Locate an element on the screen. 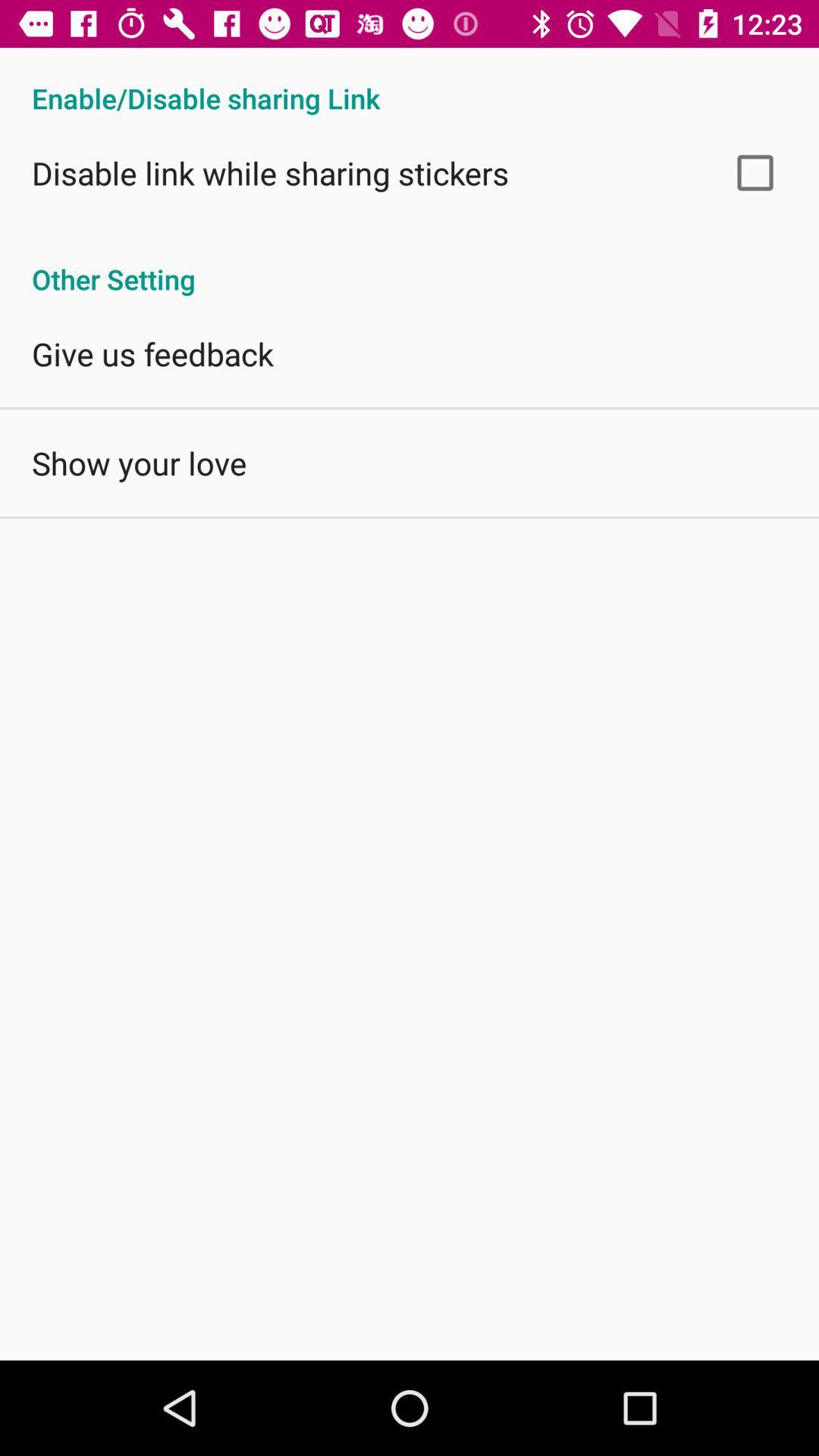  the app below give us feedback icon is located at coordinates (139, 462).